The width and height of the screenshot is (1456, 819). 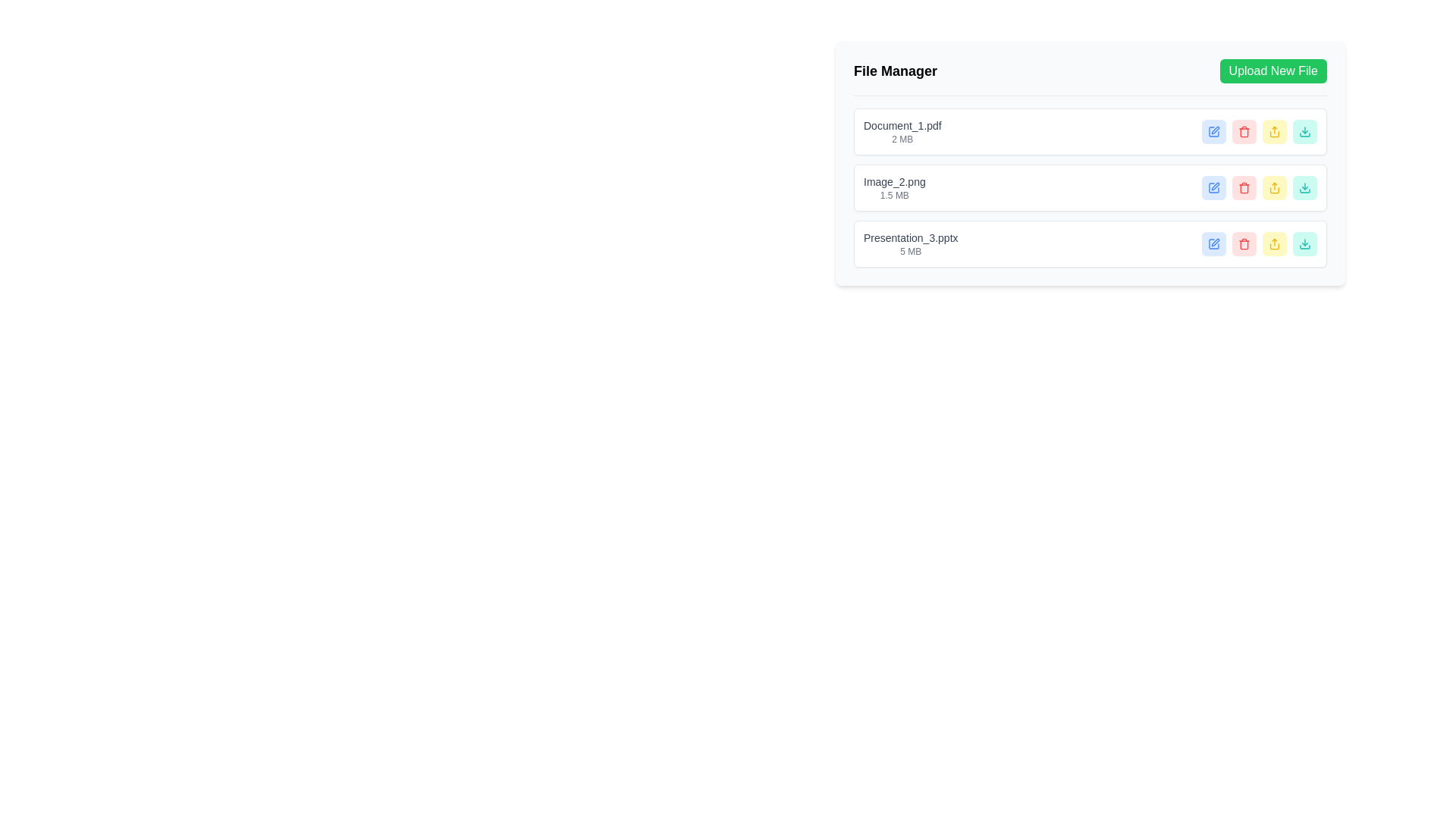 What do you see at coordinates (894, 180) in the screenshot?
I see `the text label displaying the file name 'Image_2.png' in the 'File Manager' table, located in the second row` at bounding box center [894, 180].